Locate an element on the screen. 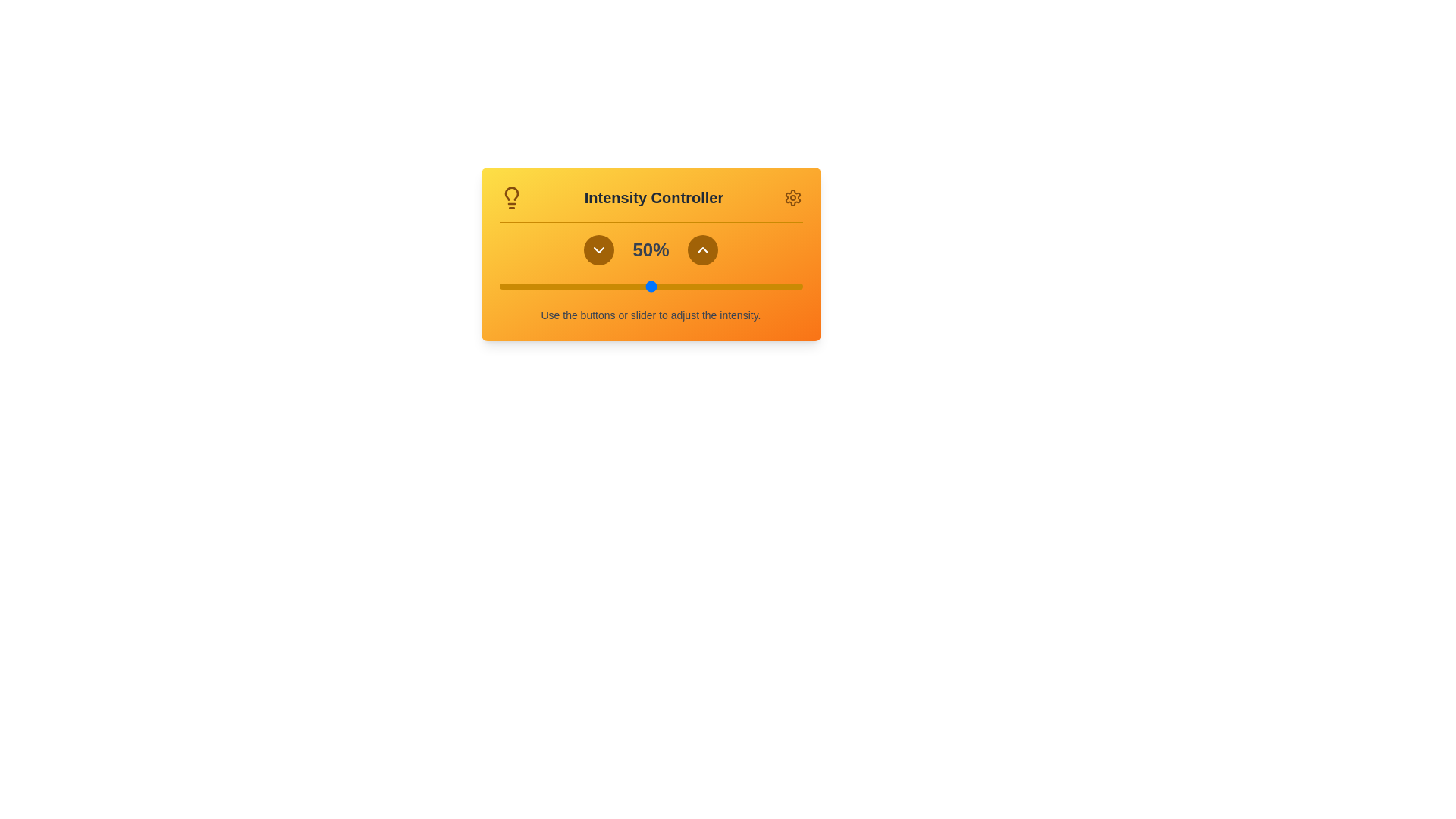  the intensity is located at coordinates (714, 287).